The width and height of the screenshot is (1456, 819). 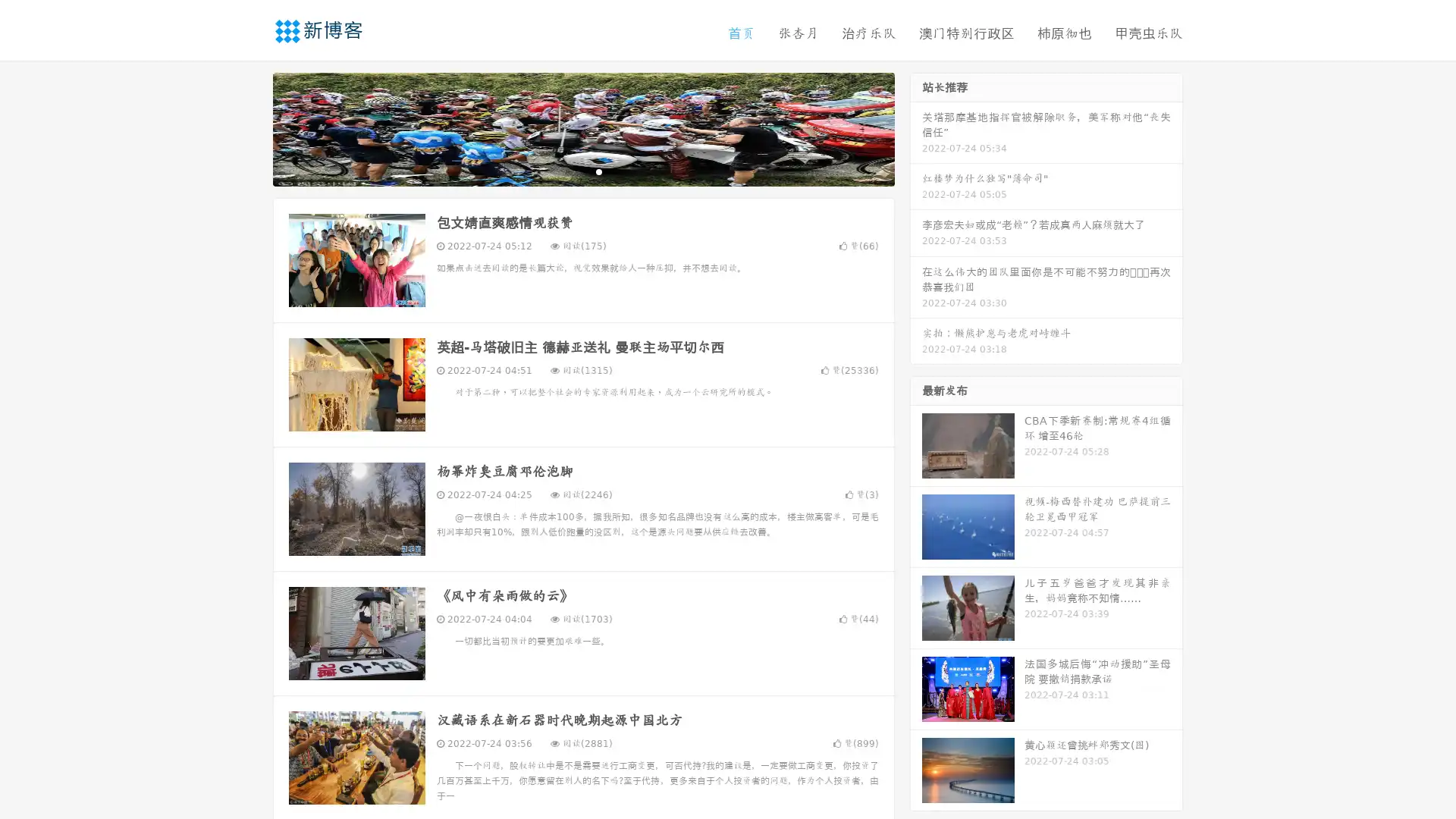 I want to click on Previous slide, so click(x=250, y=127).